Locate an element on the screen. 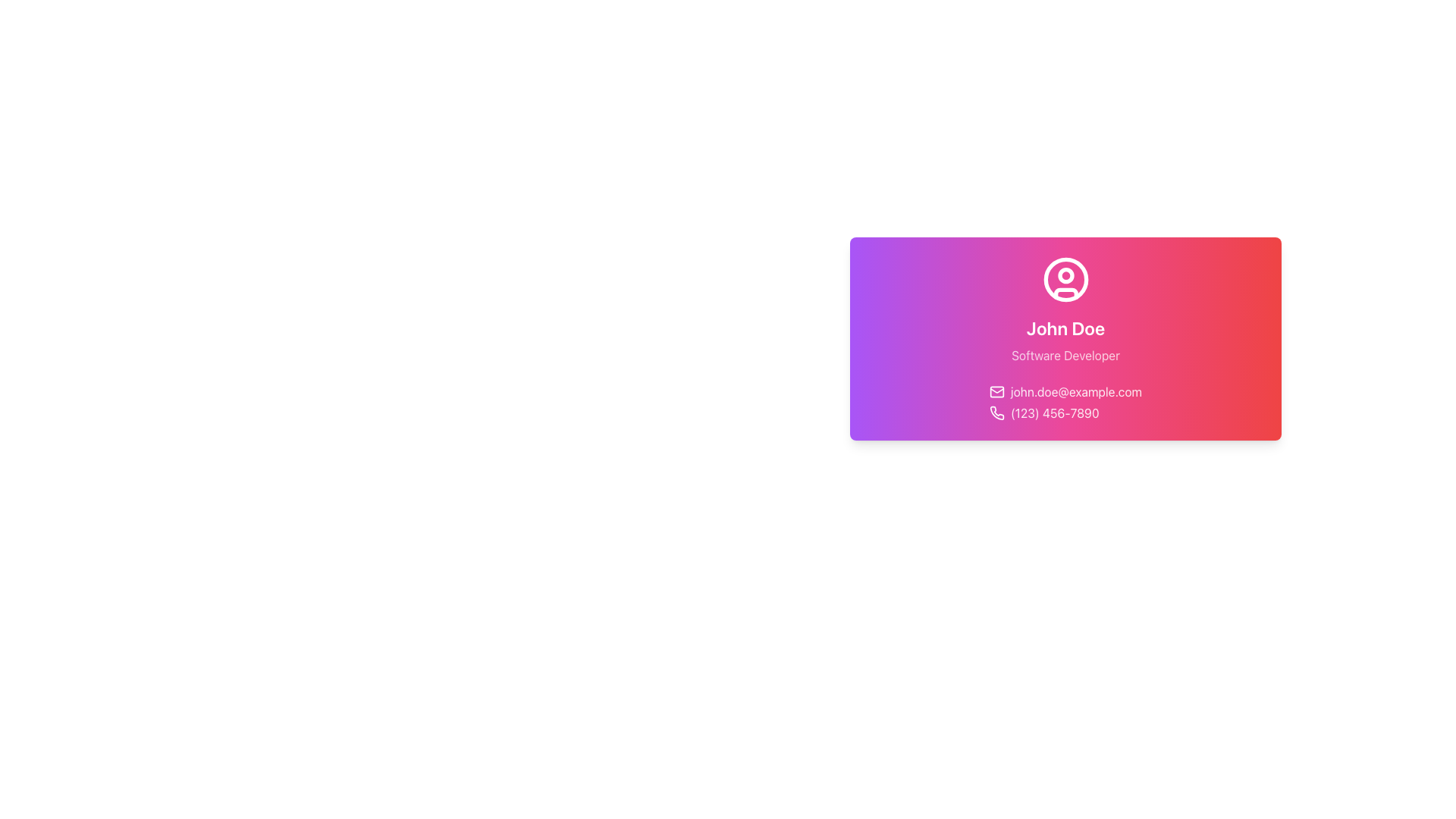  the phone contact icon located at the leftmost position within the contact details row, preceding the text '(123) 456-7890' is located at coordinates (997, 413).